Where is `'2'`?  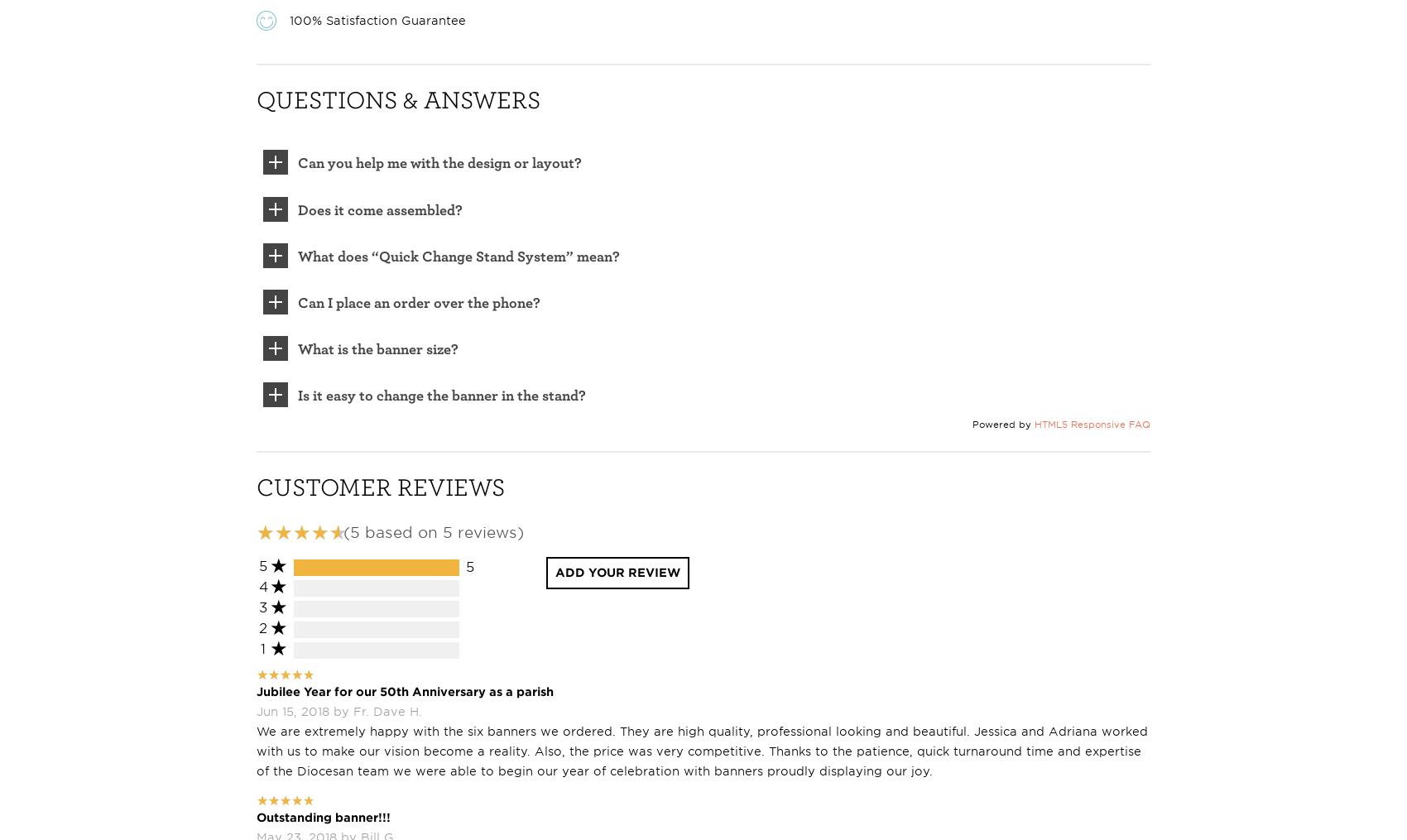 '2' is located at coordinates (263, 626).